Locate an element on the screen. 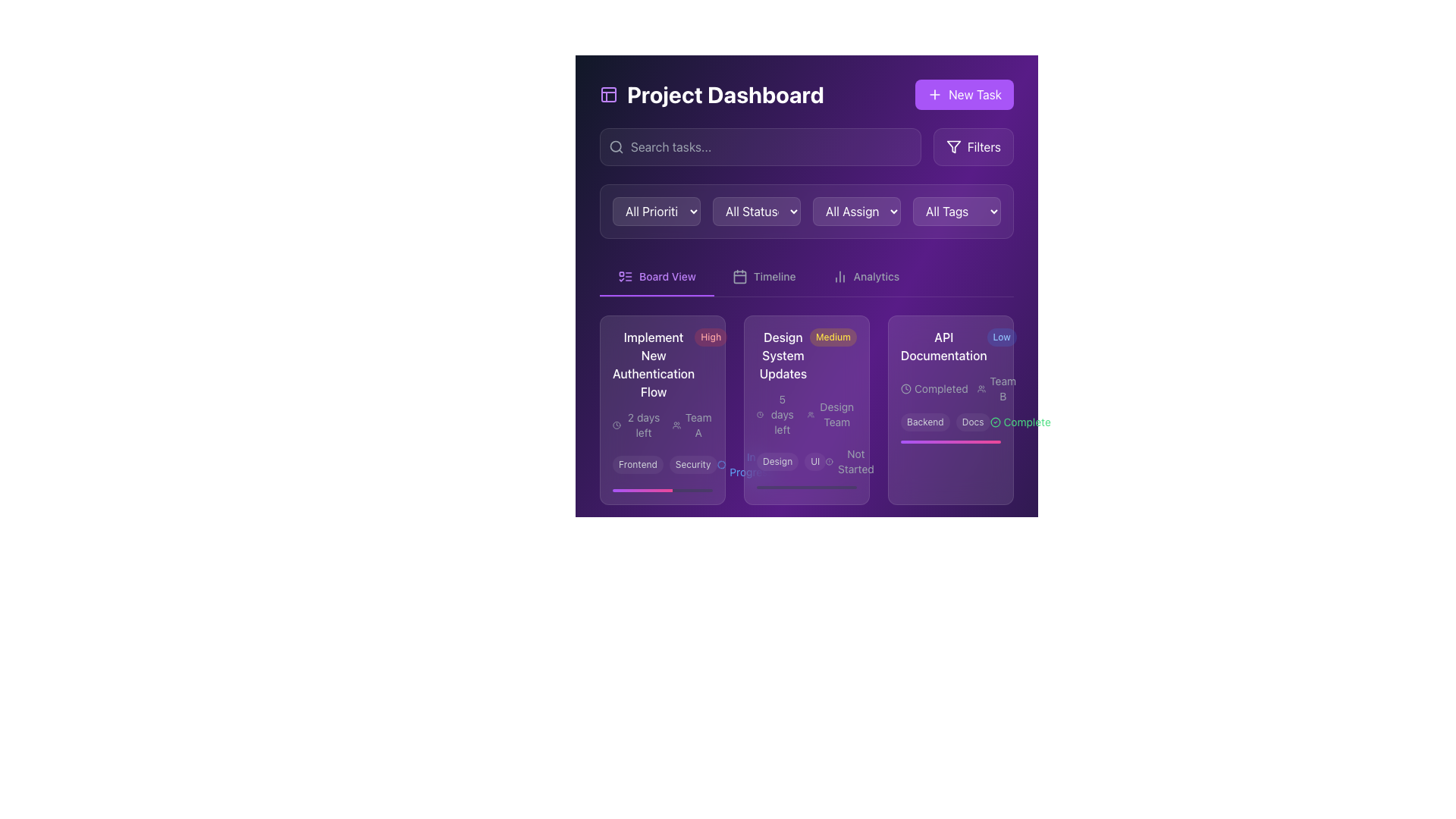  the small square icon with a paneled design and light purple color located to the left of the 'Project Dashboard' text is located at coordinates (608, 94).